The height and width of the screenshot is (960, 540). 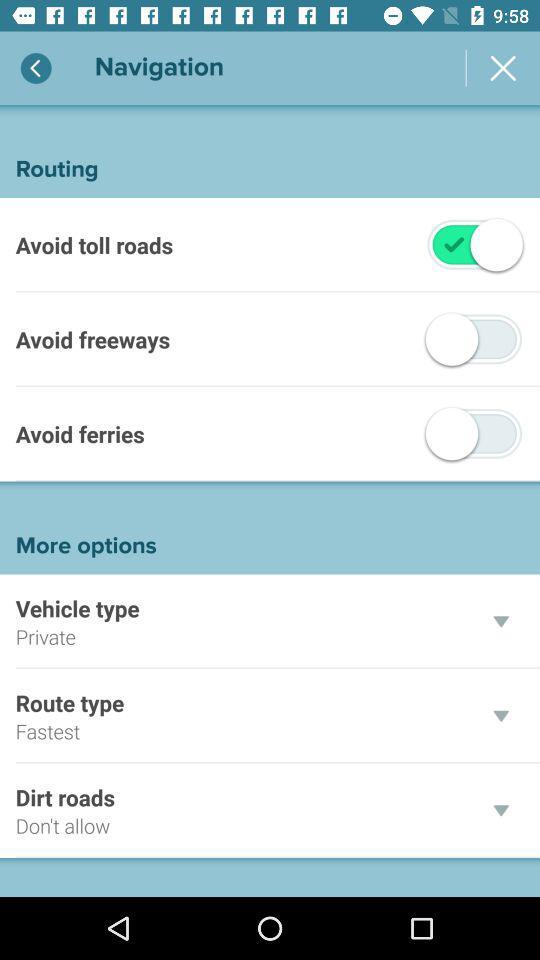 What do you see at coordinates (473, 243) in the screenshot?
I see `the first toggle button` at bounding box center [473, 243].